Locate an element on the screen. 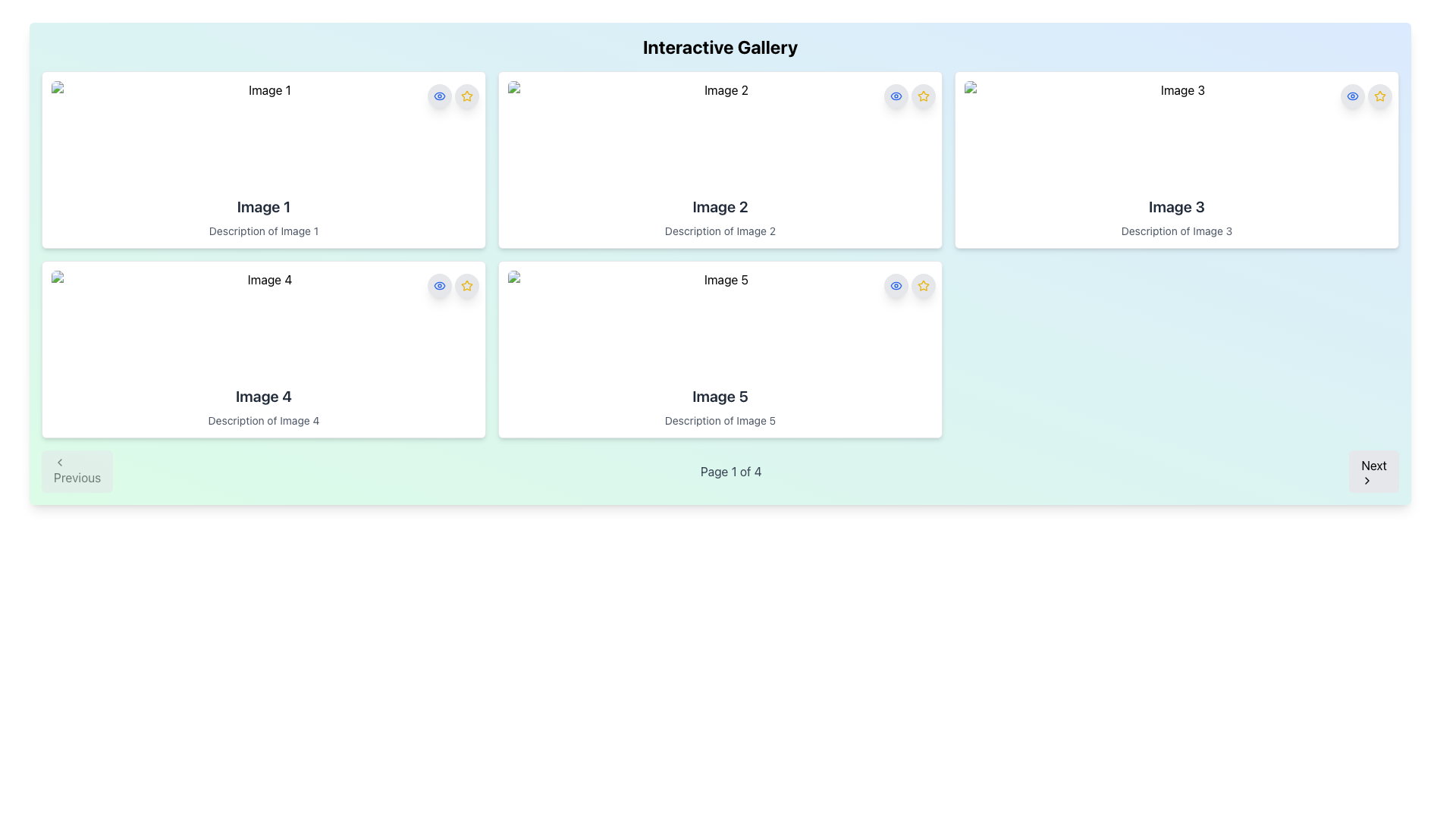 This screenshot has width=1456, height=819. the left circular icon with a blue eye located in the top-right corner of the card labeled 'Image 2' is located at coordinates (910, 96).